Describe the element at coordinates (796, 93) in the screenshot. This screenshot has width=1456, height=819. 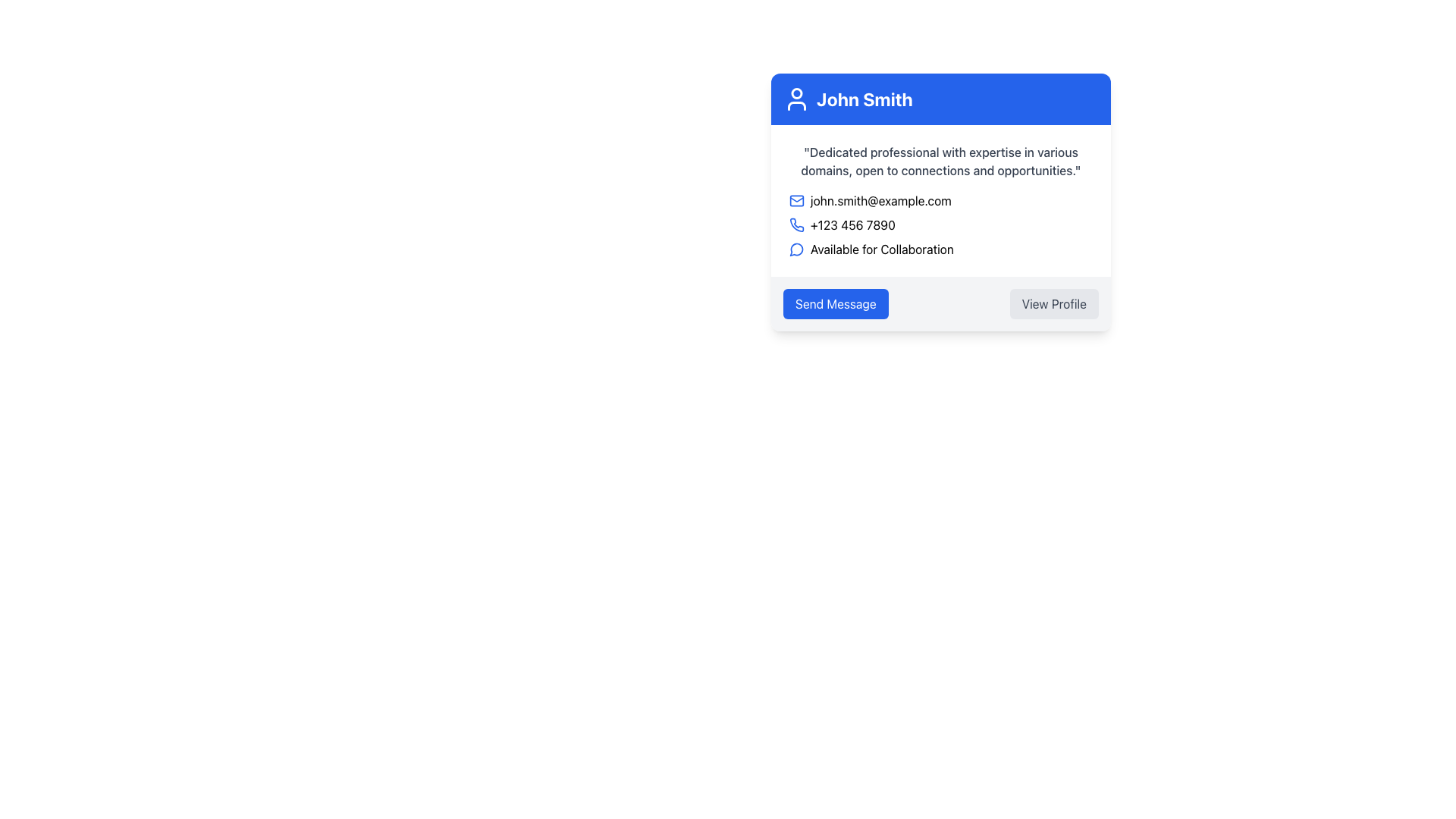
I see `the circular head icon representing a user avatar, which is part of a user profile card and is located at the upper-left corner of the avatar icon group` at that location.